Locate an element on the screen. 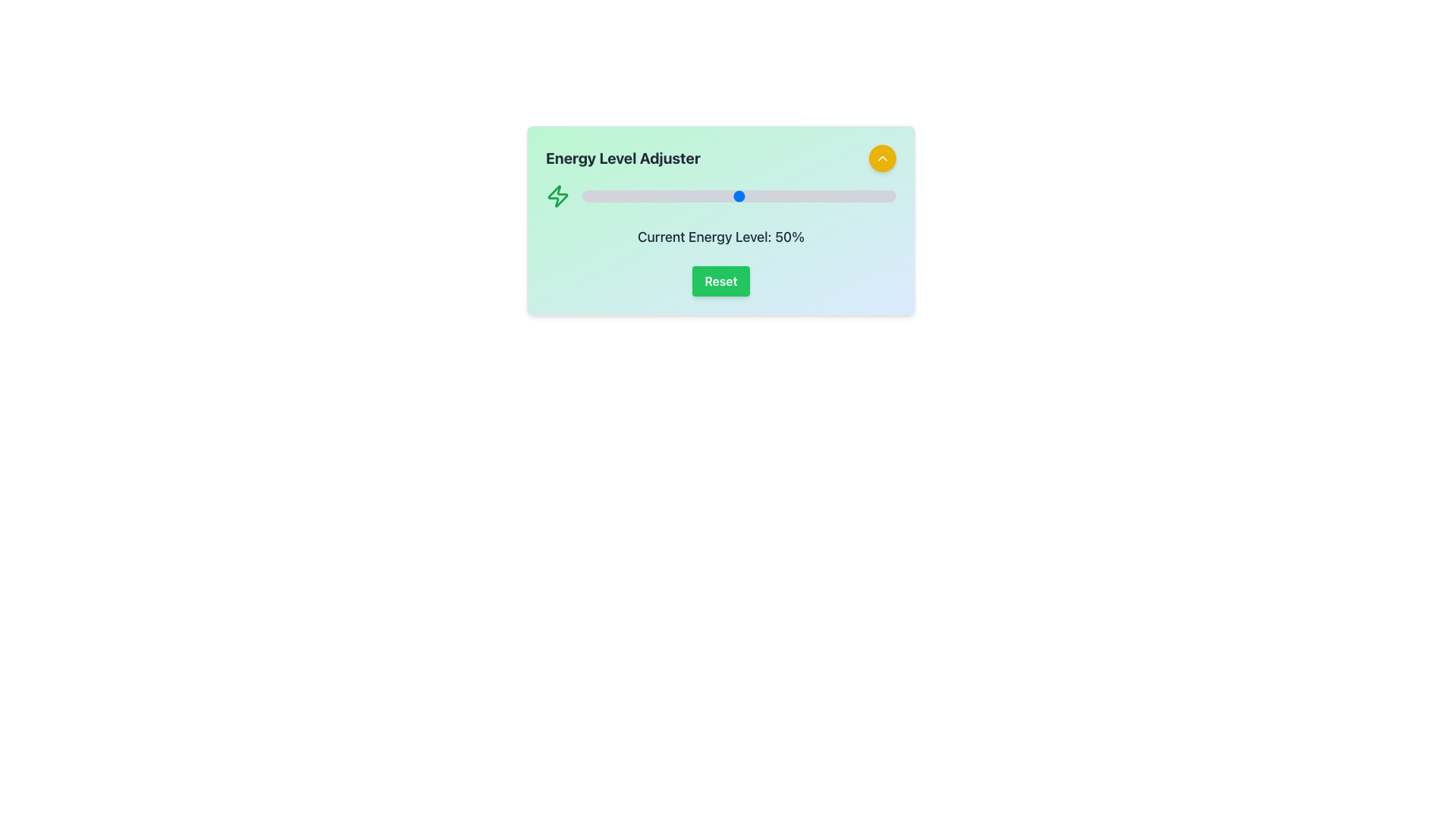 The width and height of the screenshot is (1456, 819). the reset button located at the bottom center of the 'Energy Level Adjuster' card, which is directly below the 'Current Energy Level: 50%' text is located at coordinates (720, 281).